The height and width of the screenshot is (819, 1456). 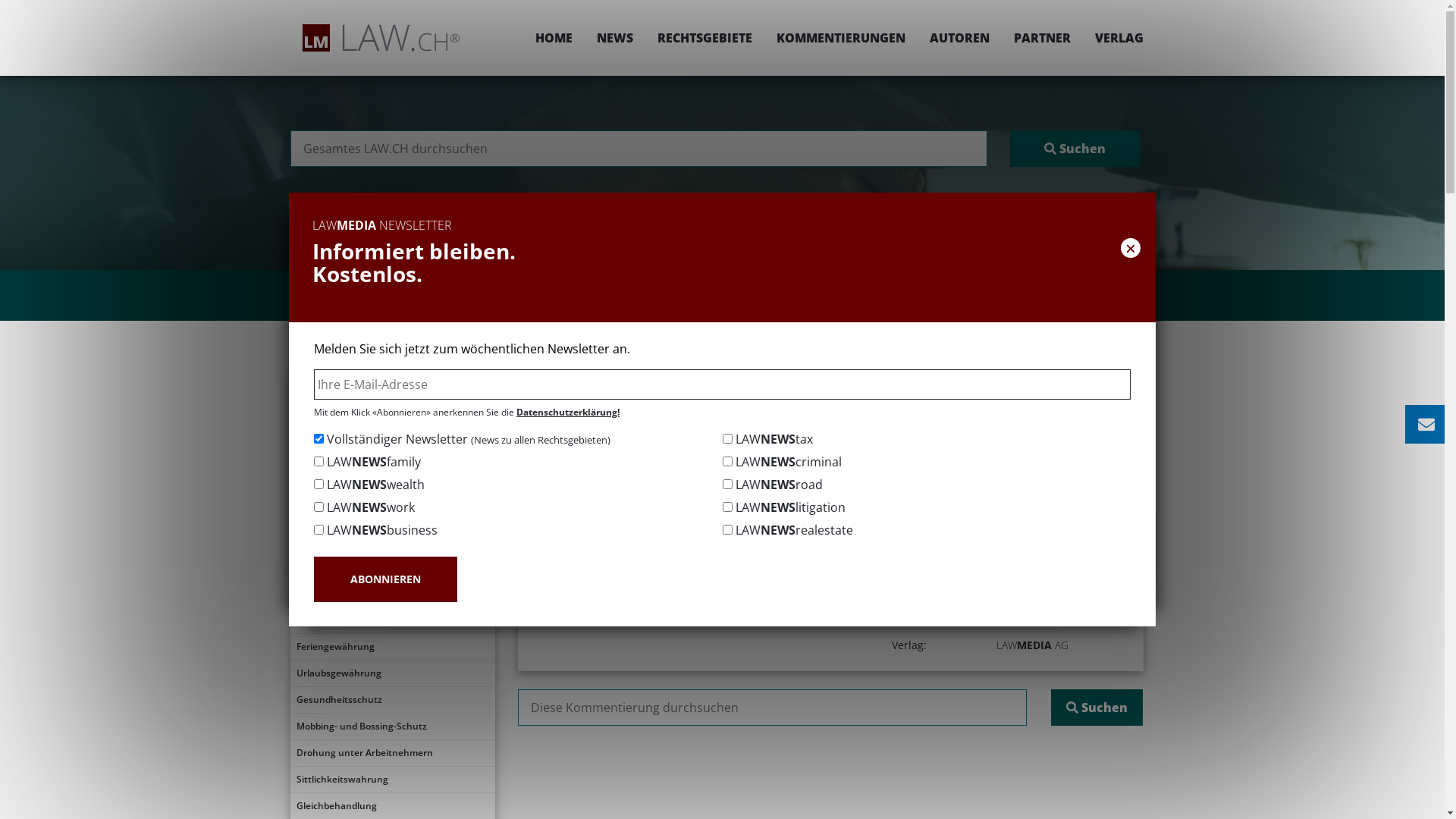 I want to click on 'AUTOREN', so click(x=959, y=37).